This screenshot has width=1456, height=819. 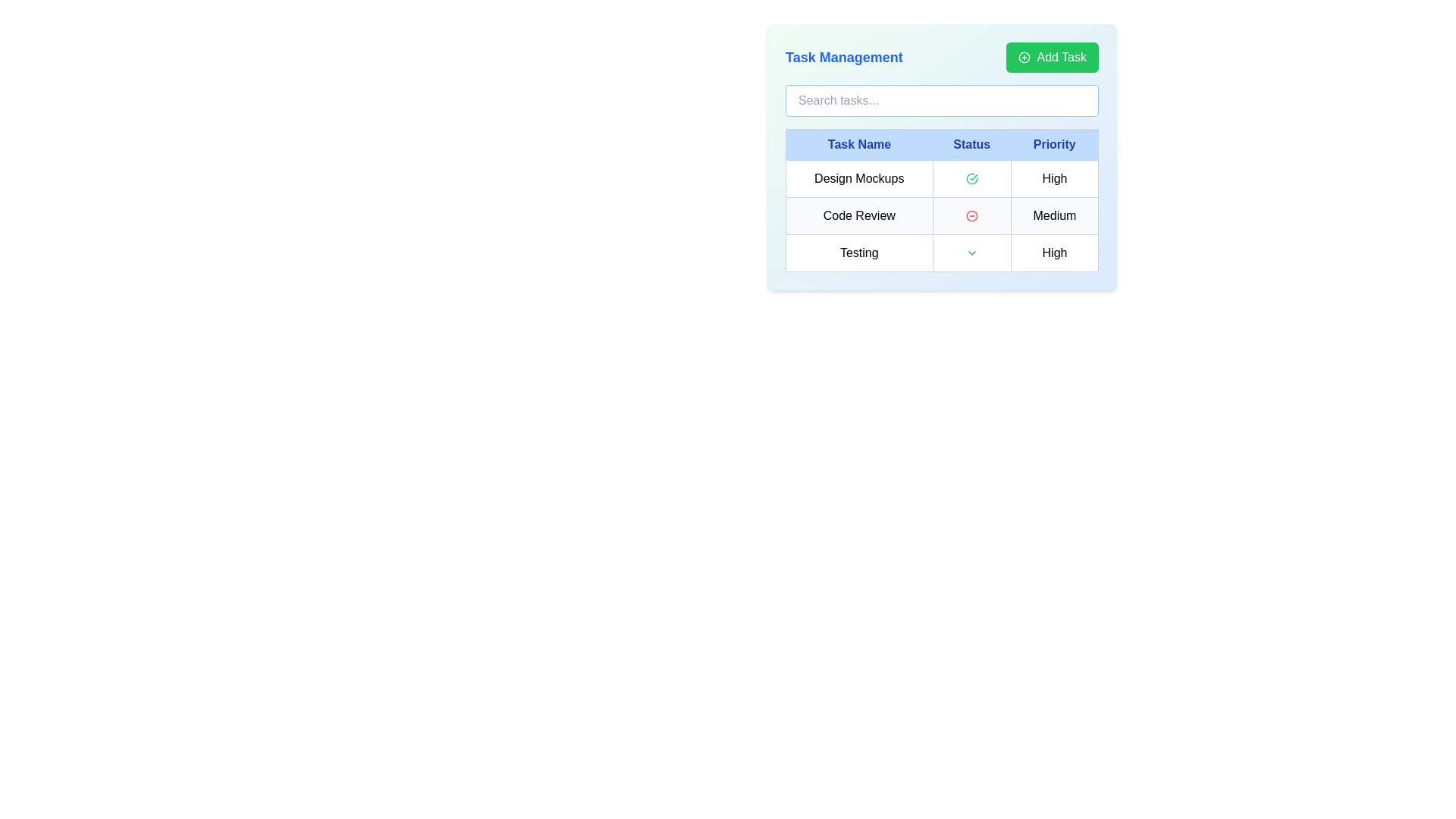 What do you see at coordinates (843, 57) in the screenshot?
I see `the Text Header that serves as a title or header for the task management section, located at the top-left corner of the group containing the 'Add Task' button and an SVG icon` at bounding box center [843, 57].